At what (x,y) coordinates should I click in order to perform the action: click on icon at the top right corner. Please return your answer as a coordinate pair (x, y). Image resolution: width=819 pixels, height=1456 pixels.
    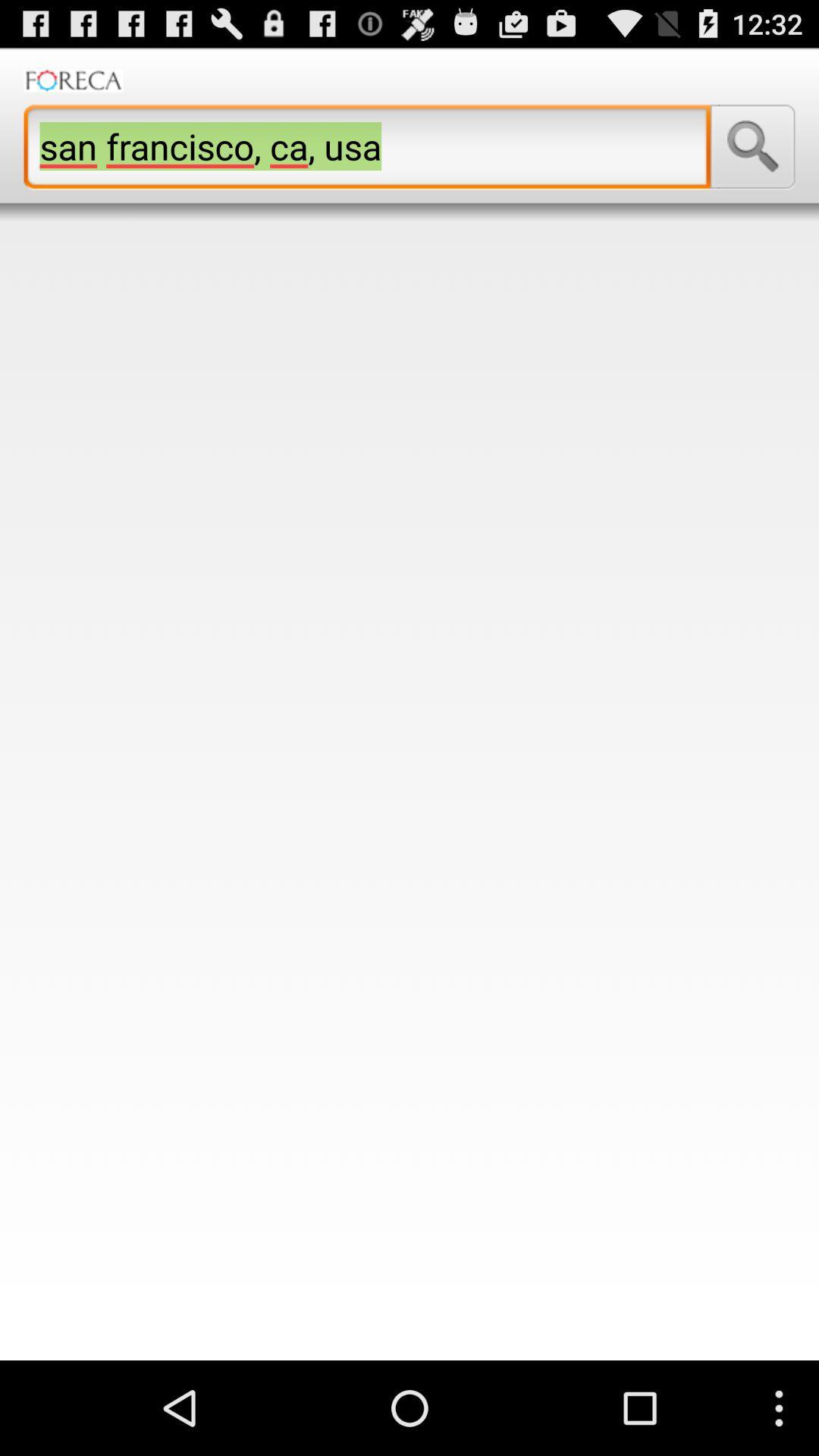
    Looking at the image, I should click on (752, 146).